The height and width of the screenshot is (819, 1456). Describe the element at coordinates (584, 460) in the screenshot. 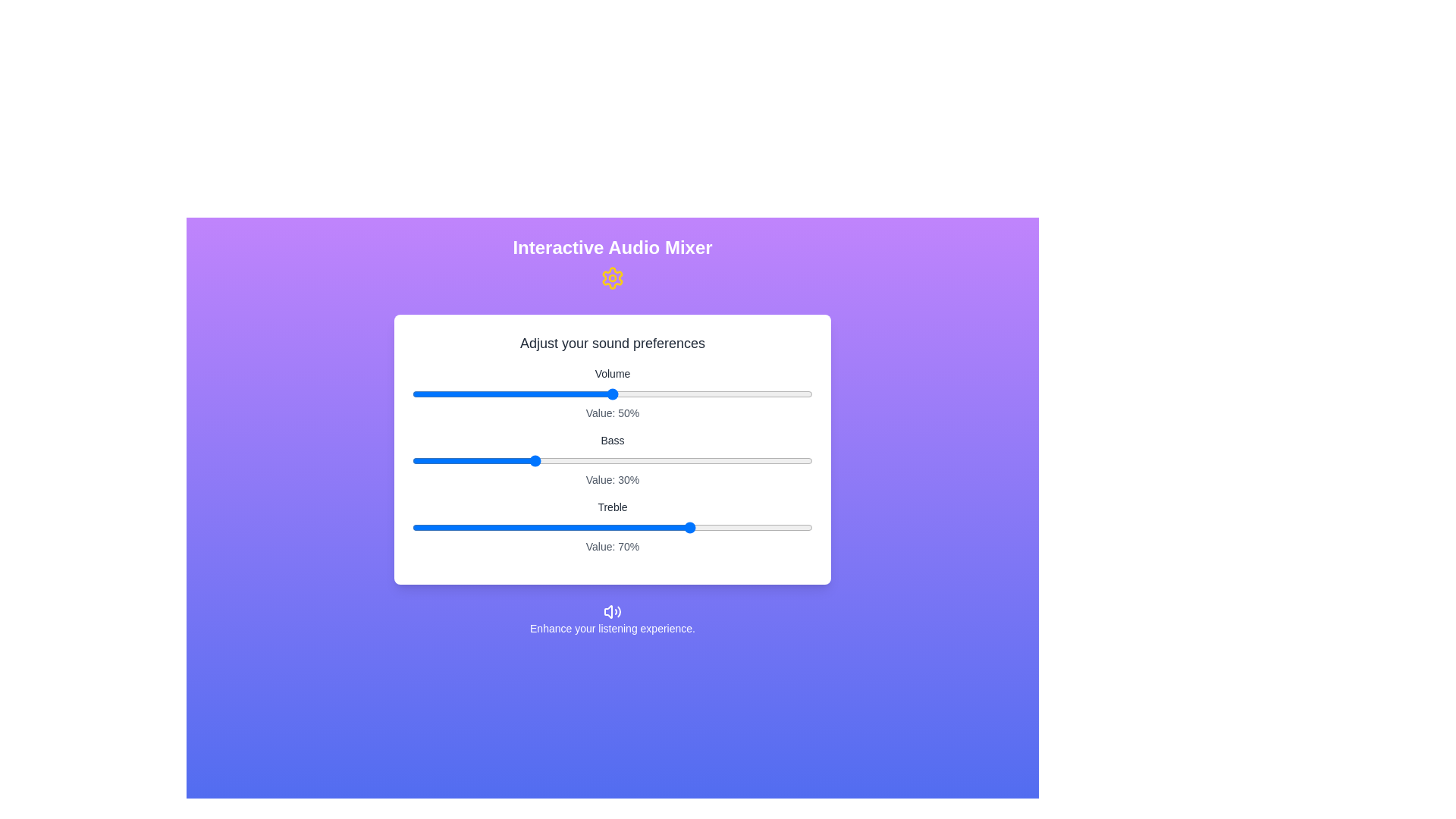

I see `the slider for 1 to 43%` at that location.